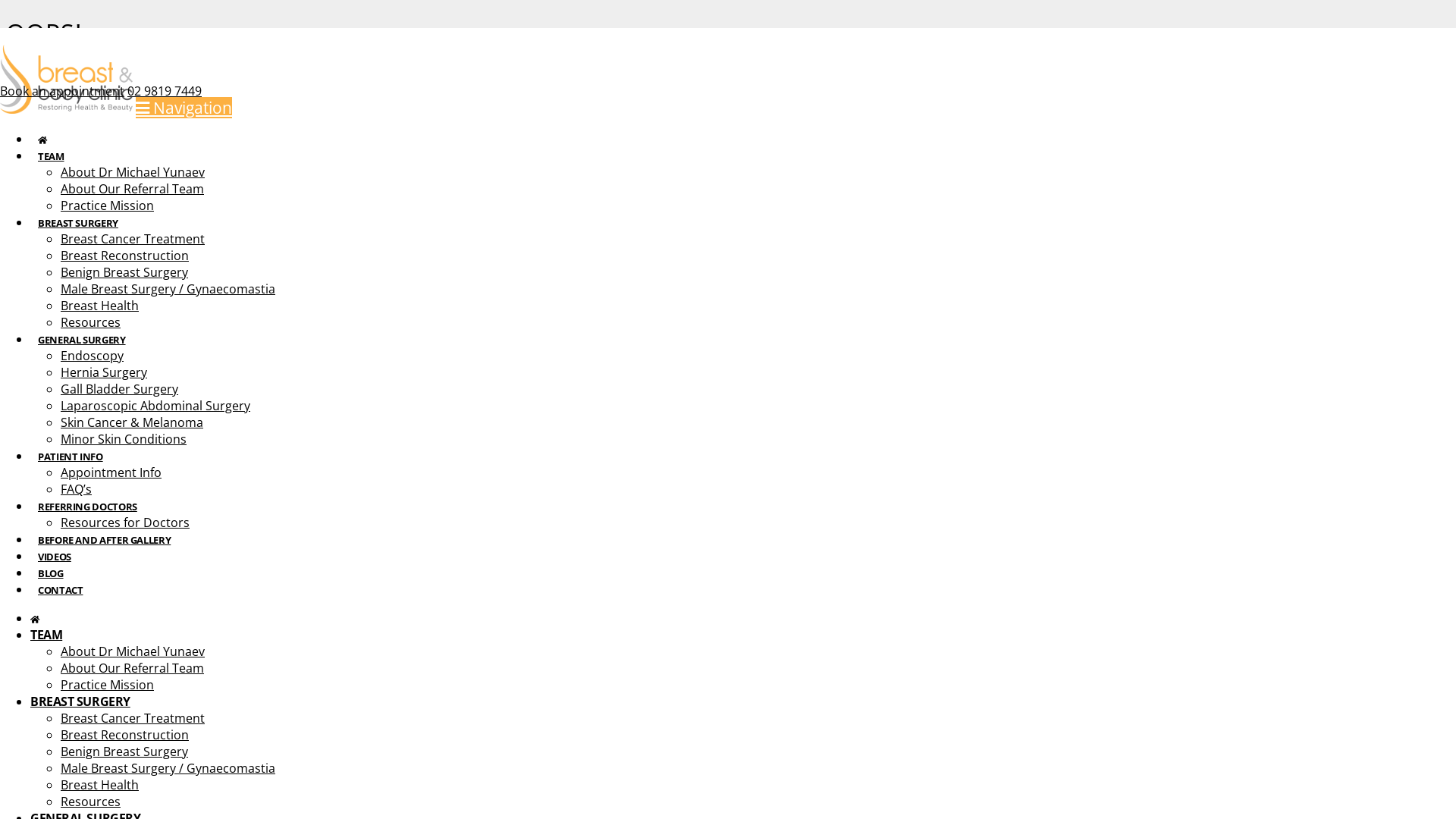 This screenshot has height=819, width=1456. Describe the element at coordinates (131, 422) in the screenshot. I see `'Skin Cancer & Melanoma'` at that location.